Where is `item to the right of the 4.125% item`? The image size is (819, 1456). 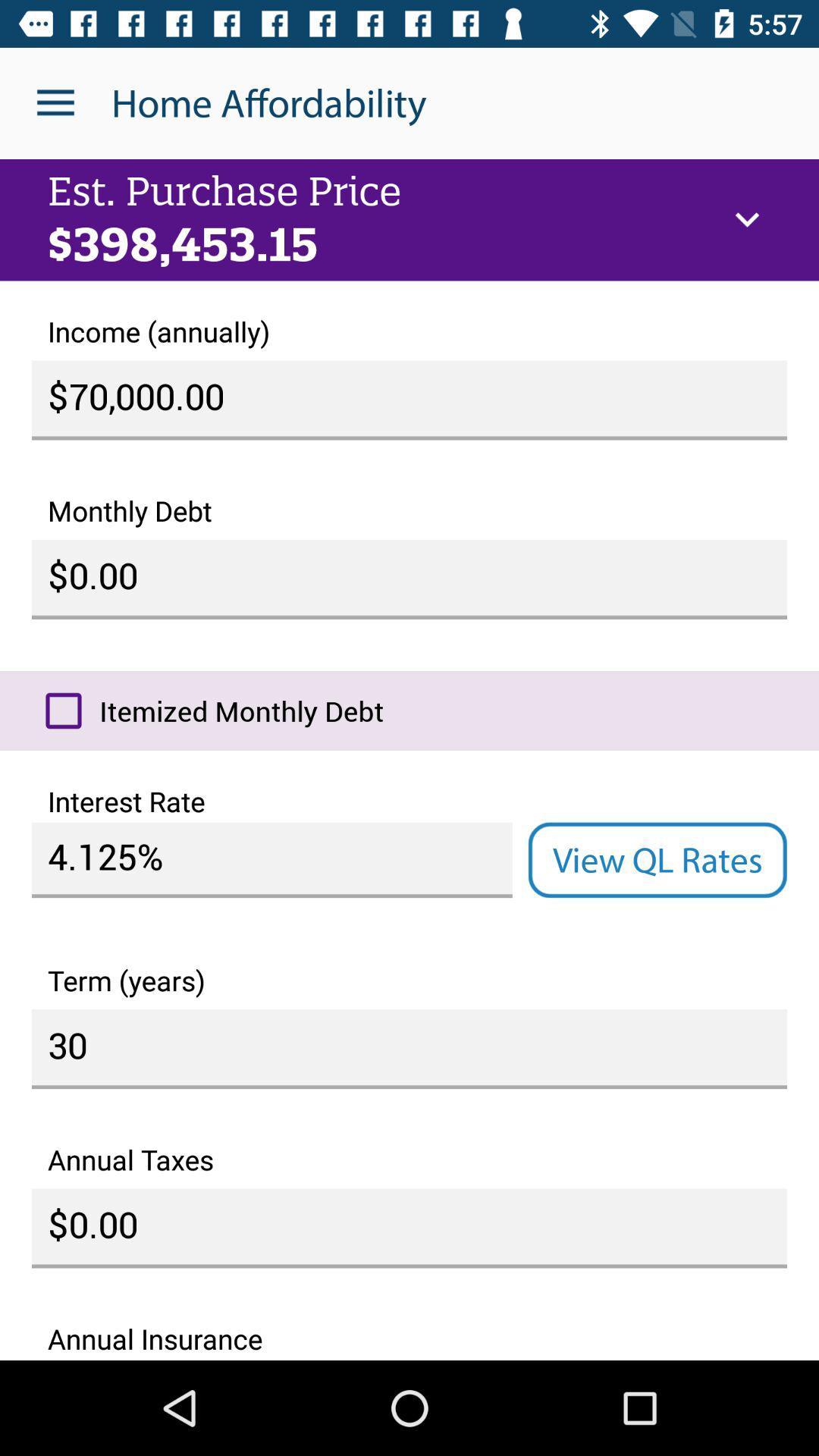 item to the right of the 4.125% item is located at coordinates (657, 860).